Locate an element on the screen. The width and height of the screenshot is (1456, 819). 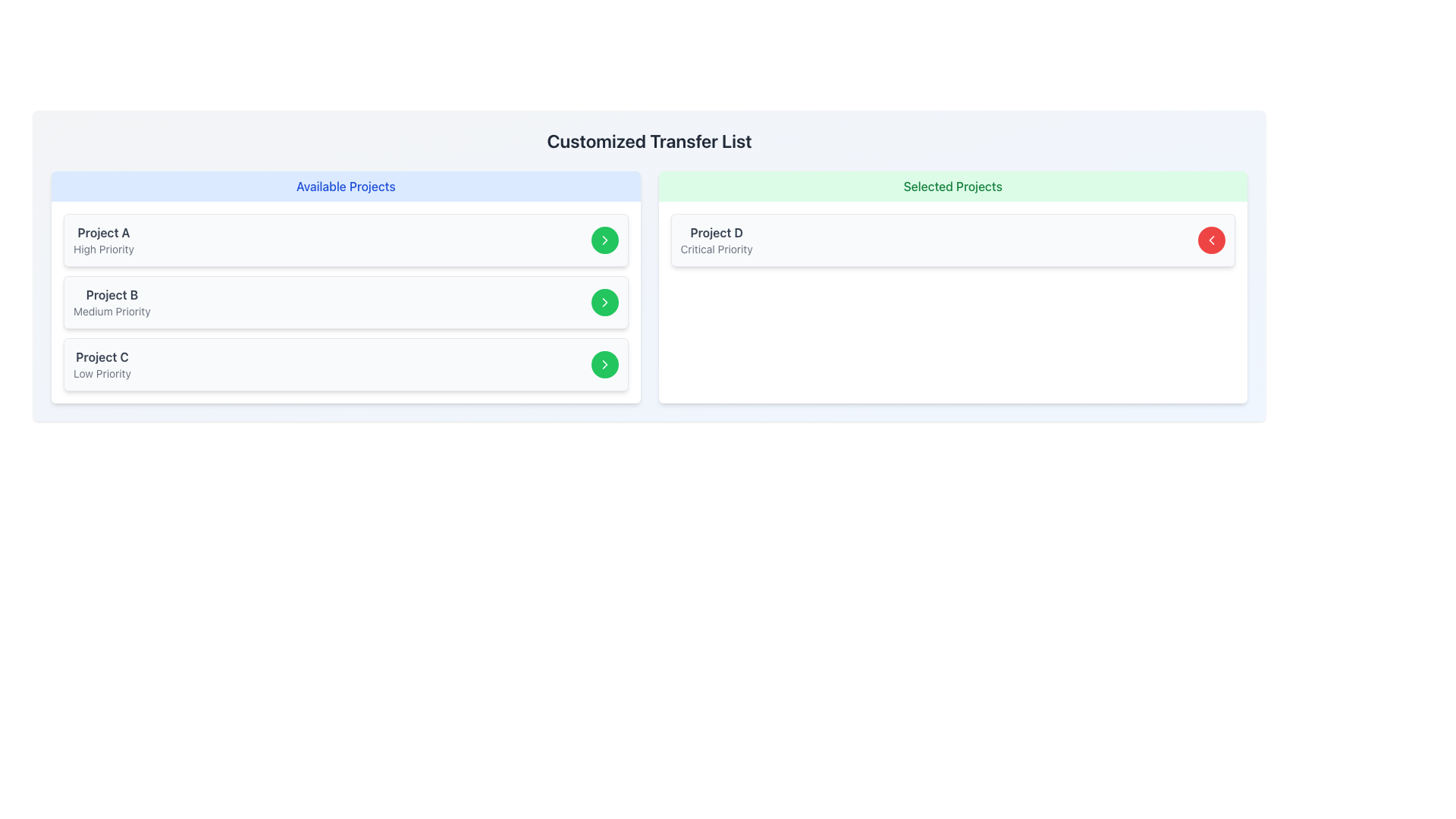
the button located at the far right edge of the 'Project A High Priority' card in the 'Available Projects' section is located at coordinates (604, 239).